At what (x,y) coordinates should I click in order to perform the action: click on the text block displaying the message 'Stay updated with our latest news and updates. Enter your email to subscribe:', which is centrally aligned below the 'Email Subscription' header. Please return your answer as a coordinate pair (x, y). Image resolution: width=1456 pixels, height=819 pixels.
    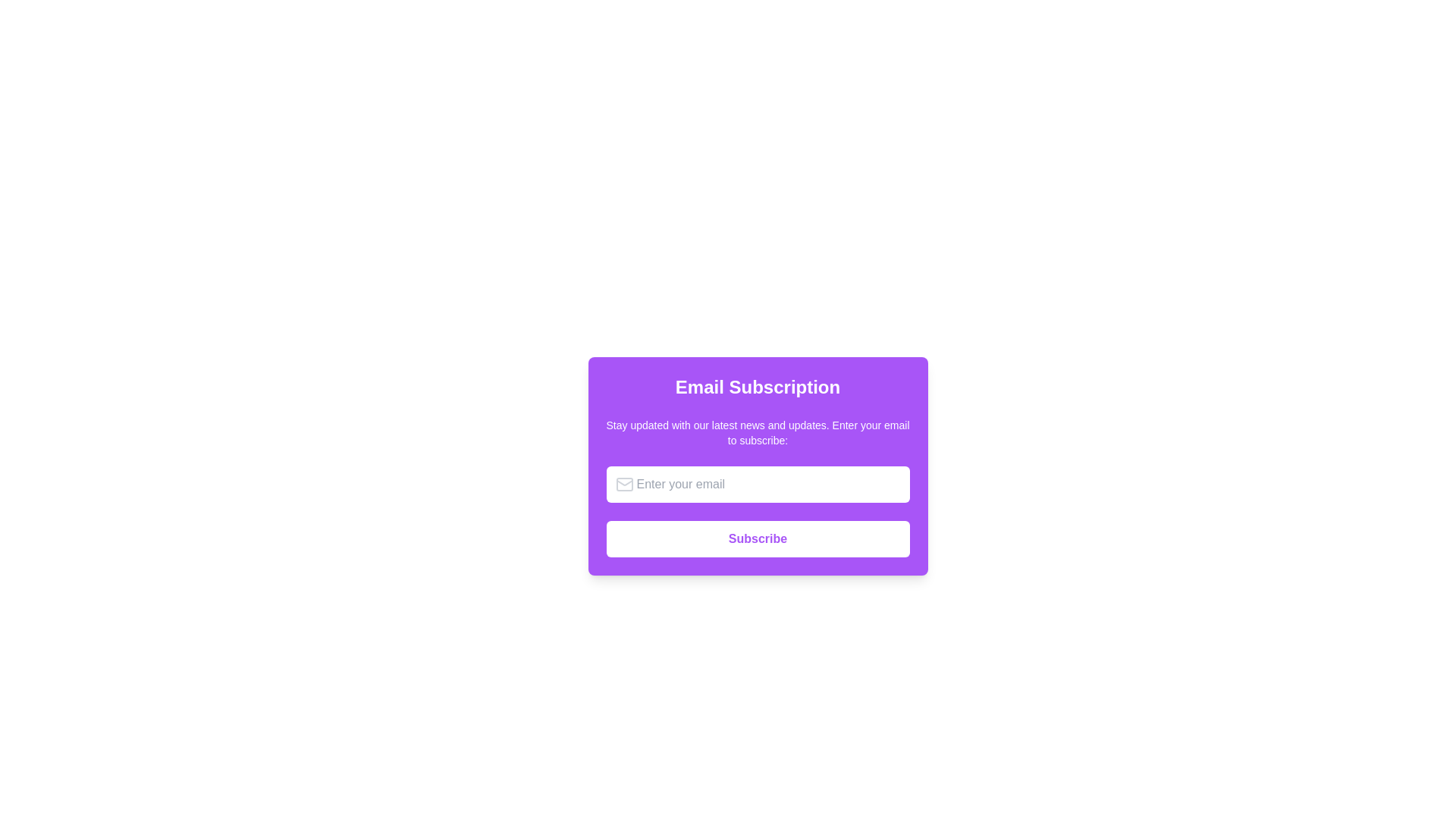
    Looking at the image, I should click on (758, 432).